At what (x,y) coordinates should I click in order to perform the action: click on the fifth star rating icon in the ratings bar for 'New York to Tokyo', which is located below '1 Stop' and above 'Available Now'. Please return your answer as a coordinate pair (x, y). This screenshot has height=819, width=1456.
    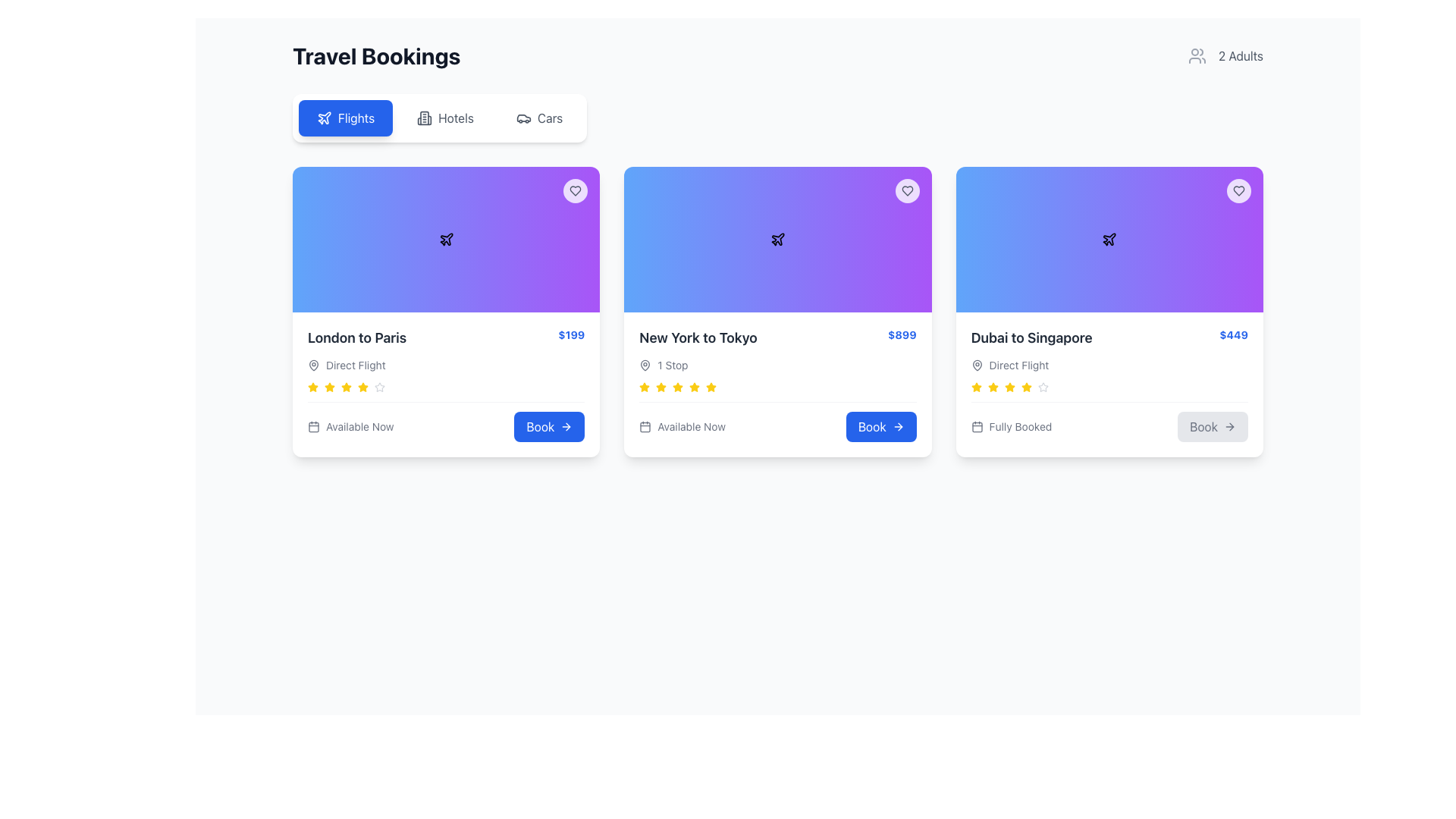
    Looking at the image, I should click on (677, 386).